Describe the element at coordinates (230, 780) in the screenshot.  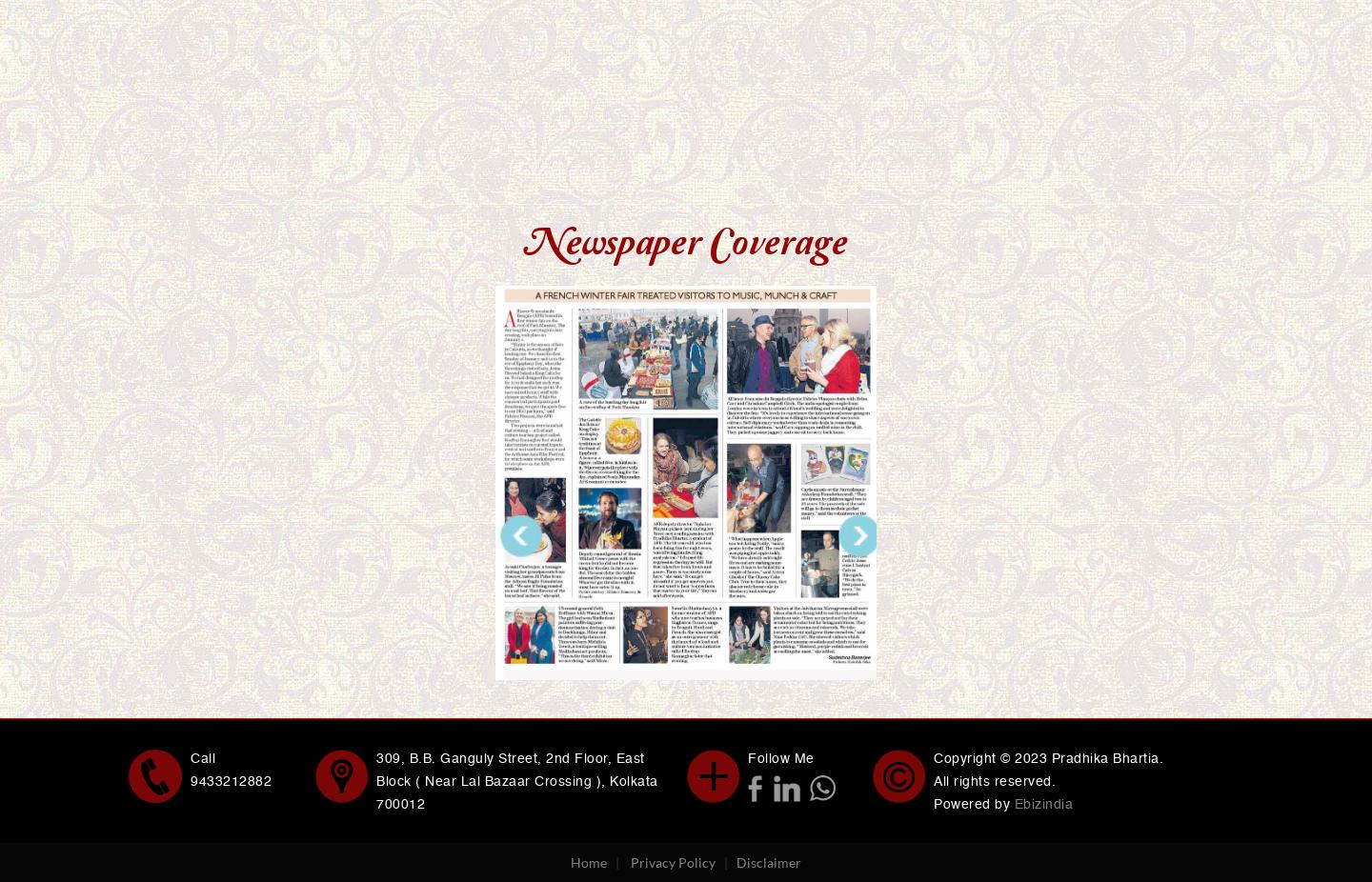
I see `'9433212882'` at that location.